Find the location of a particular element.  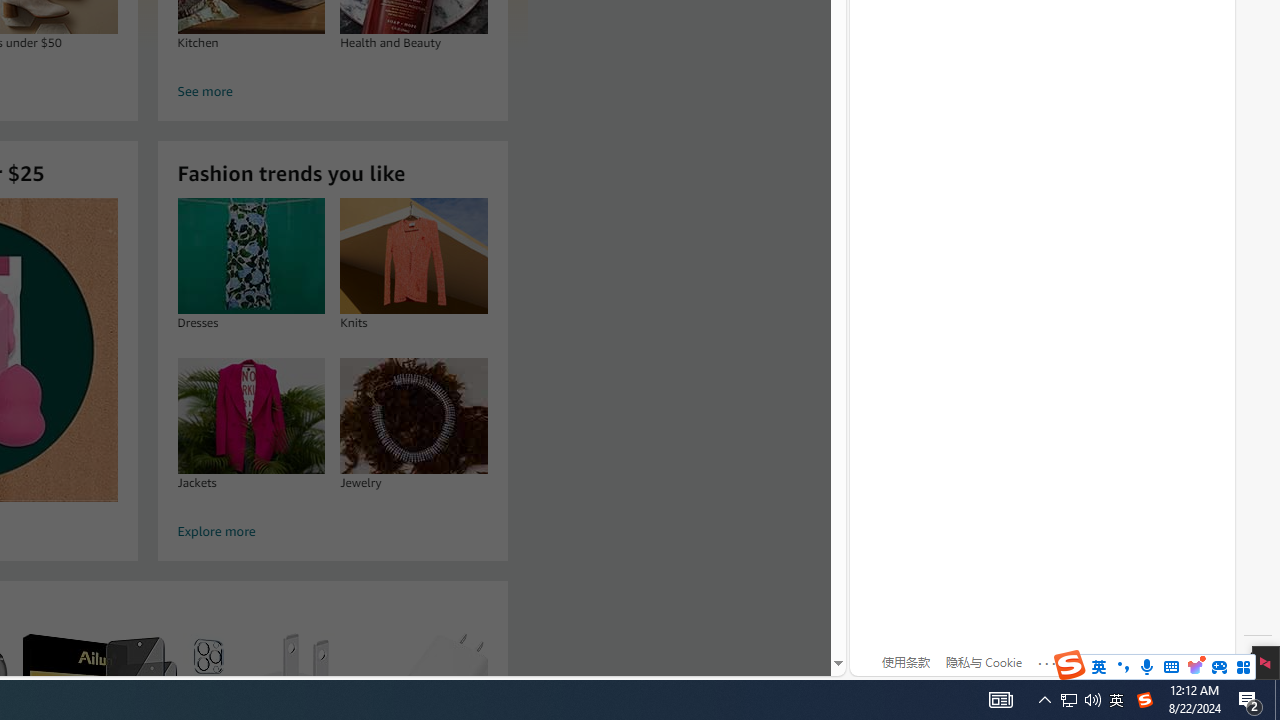

'Explore more' is located at coordinates (332, 531).